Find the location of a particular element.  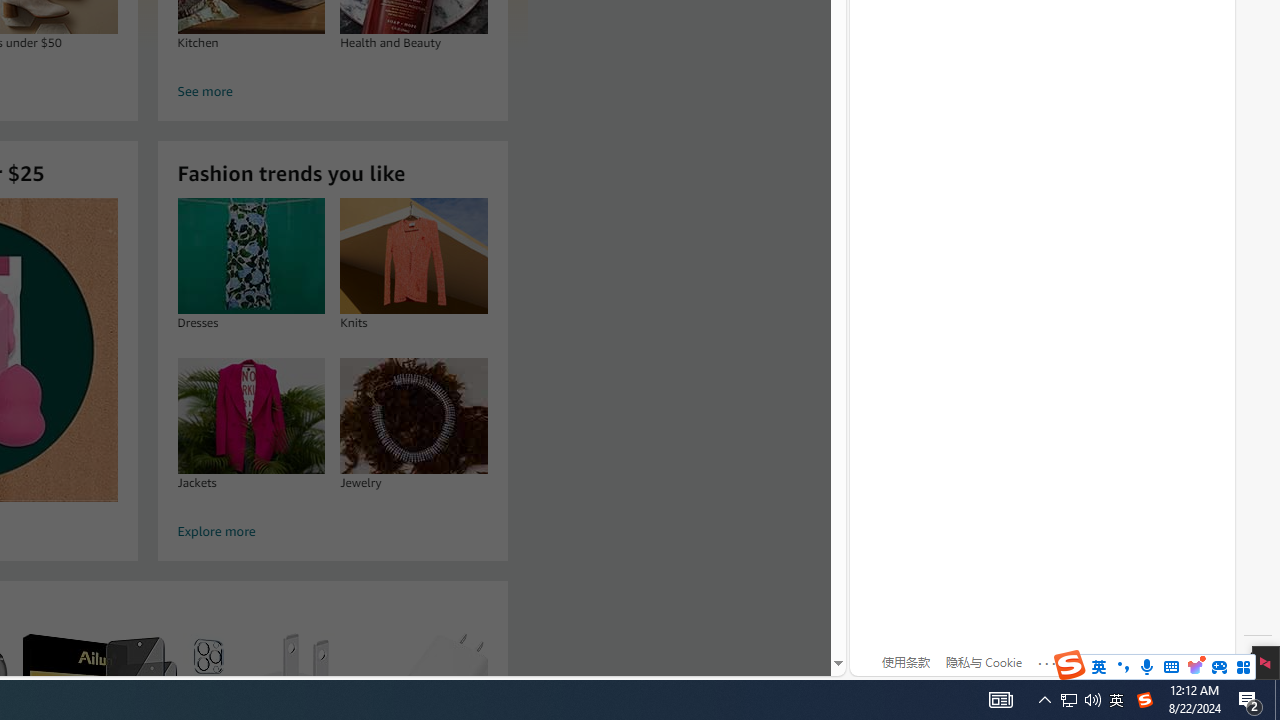

'Explore more' is located at coordinates (332, 531).